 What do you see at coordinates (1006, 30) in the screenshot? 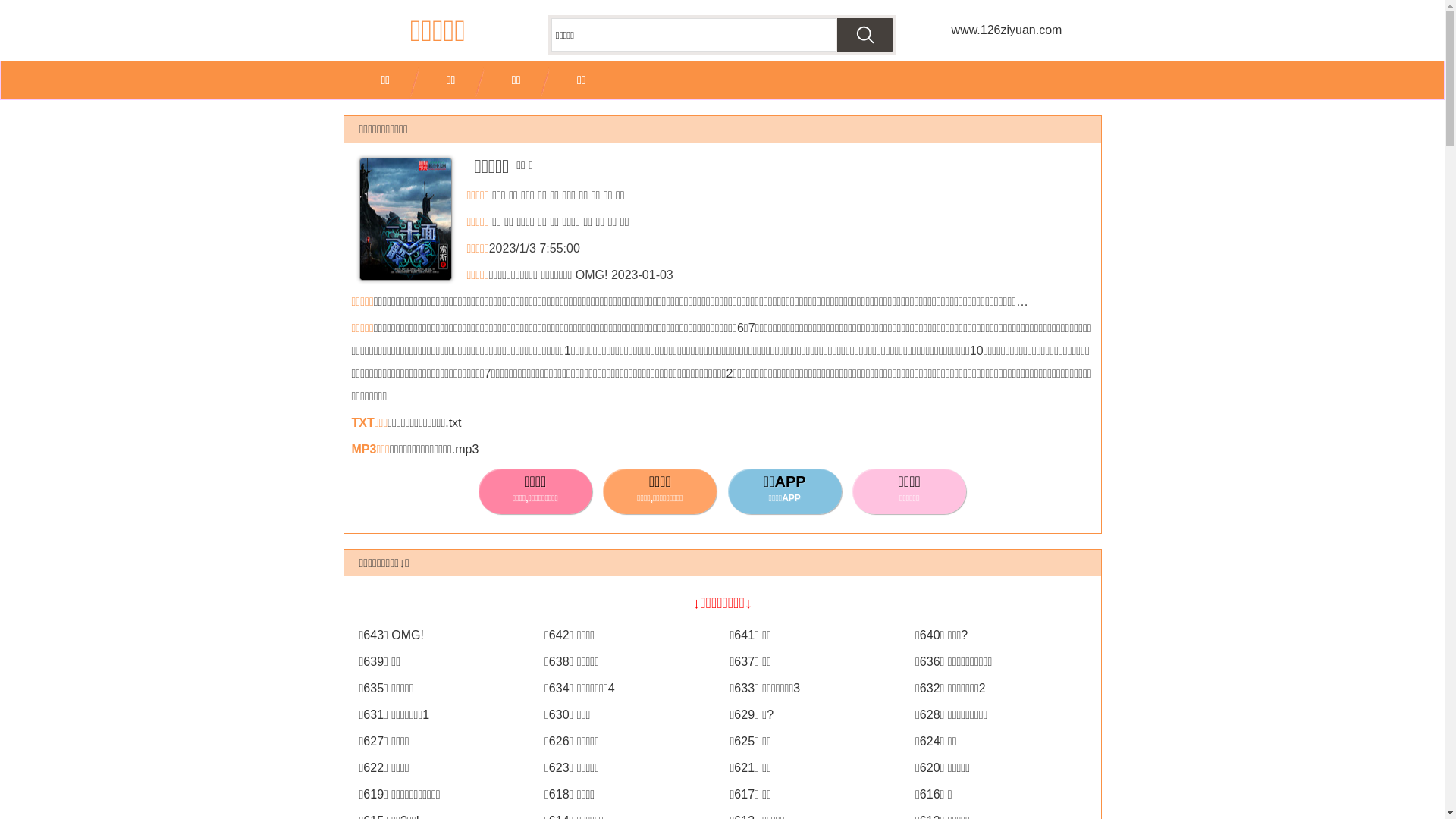
I see `'www.126ziyuan.com'` at bounding box center [1006, 30].